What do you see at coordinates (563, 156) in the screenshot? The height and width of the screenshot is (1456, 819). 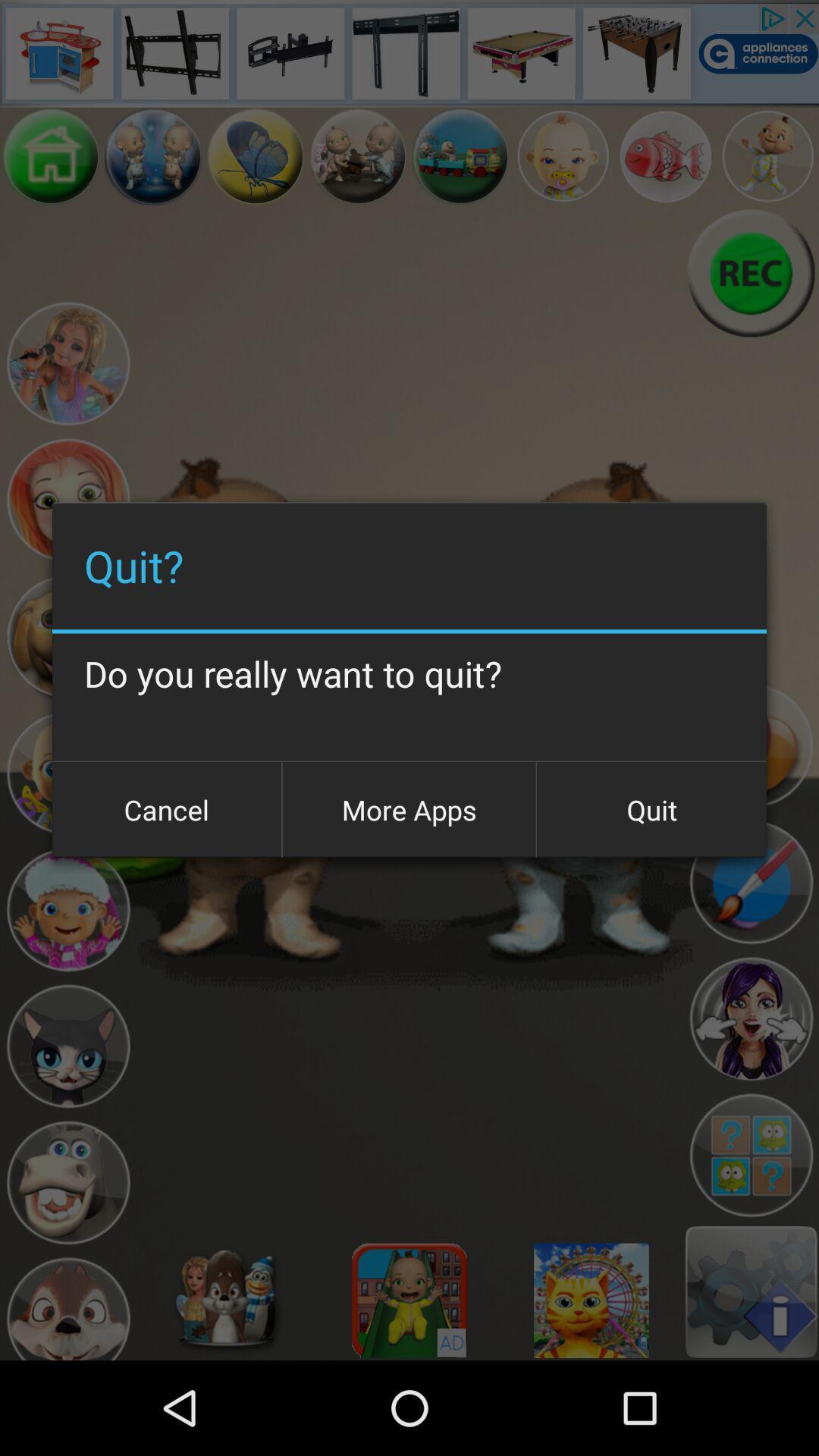 I see `baby` at bounding box center [563, 156].